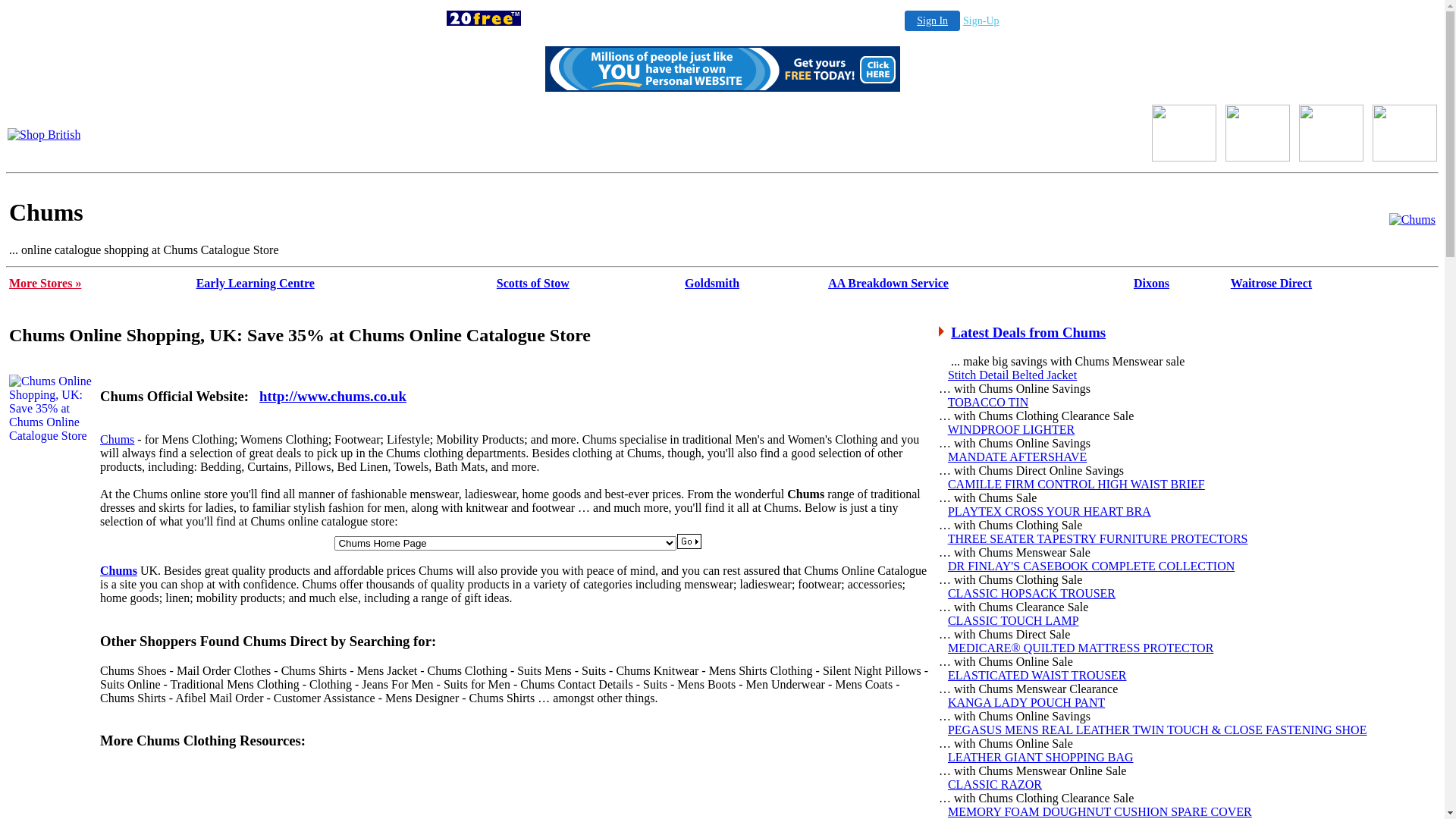 Image resolution: width=1456 pixels, height=819 pixels. Describe the element at coordinates (946, 592) in the screenshot. I see `'CLASSIC HOPSACK TROUSER'` at that location.